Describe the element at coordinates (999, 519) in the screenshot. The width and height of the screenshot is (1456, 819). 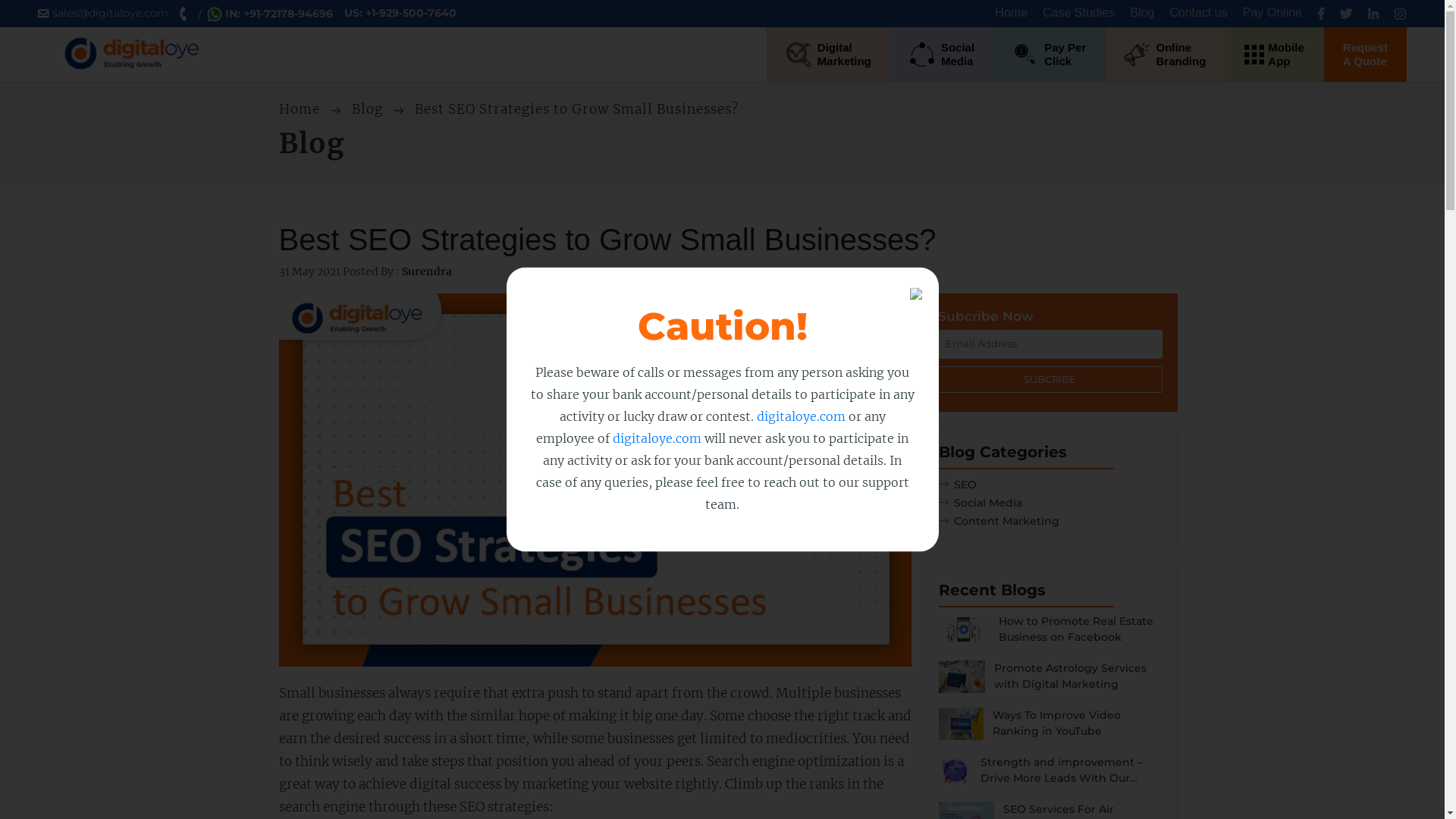
I see `'Content Marketing'` at that location.